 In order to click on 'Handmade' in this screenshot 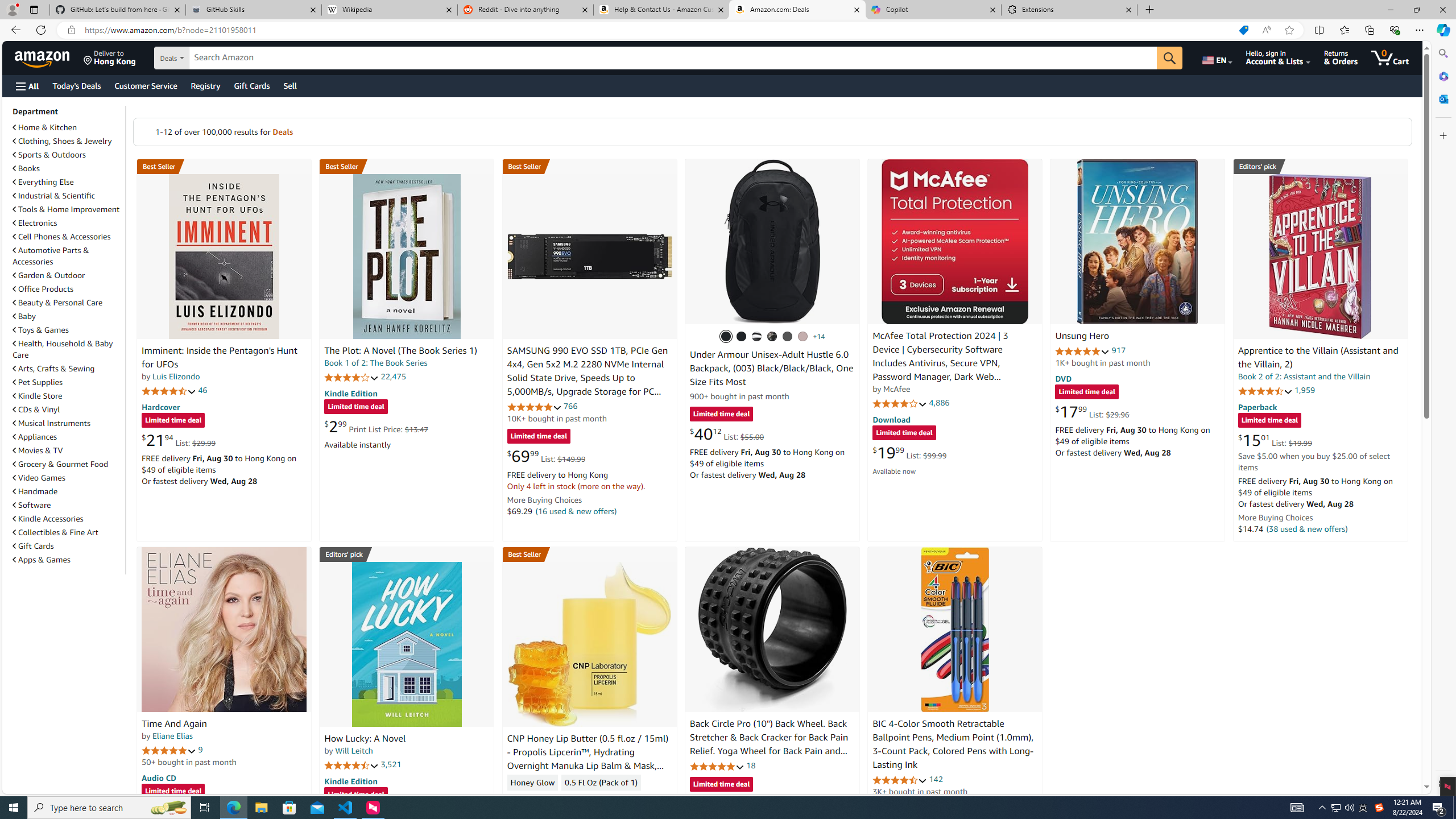, I will do `click(67, 491)`.